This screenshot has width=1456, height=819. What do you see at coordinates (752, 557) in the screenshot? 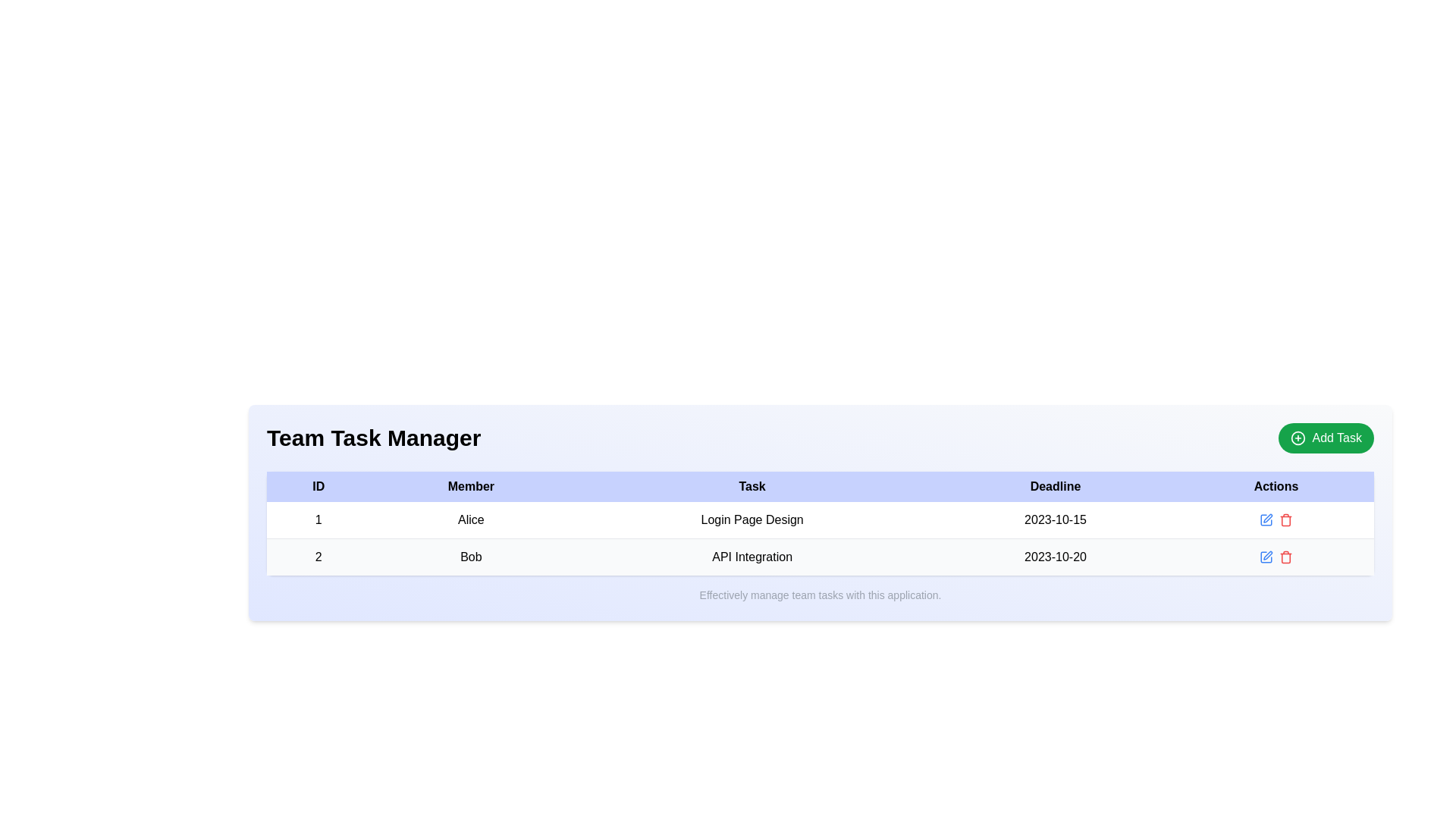
I see `the Label in the third column of the second row of the table that informs users about Bob's specific task` at bounding box center [752, 557].